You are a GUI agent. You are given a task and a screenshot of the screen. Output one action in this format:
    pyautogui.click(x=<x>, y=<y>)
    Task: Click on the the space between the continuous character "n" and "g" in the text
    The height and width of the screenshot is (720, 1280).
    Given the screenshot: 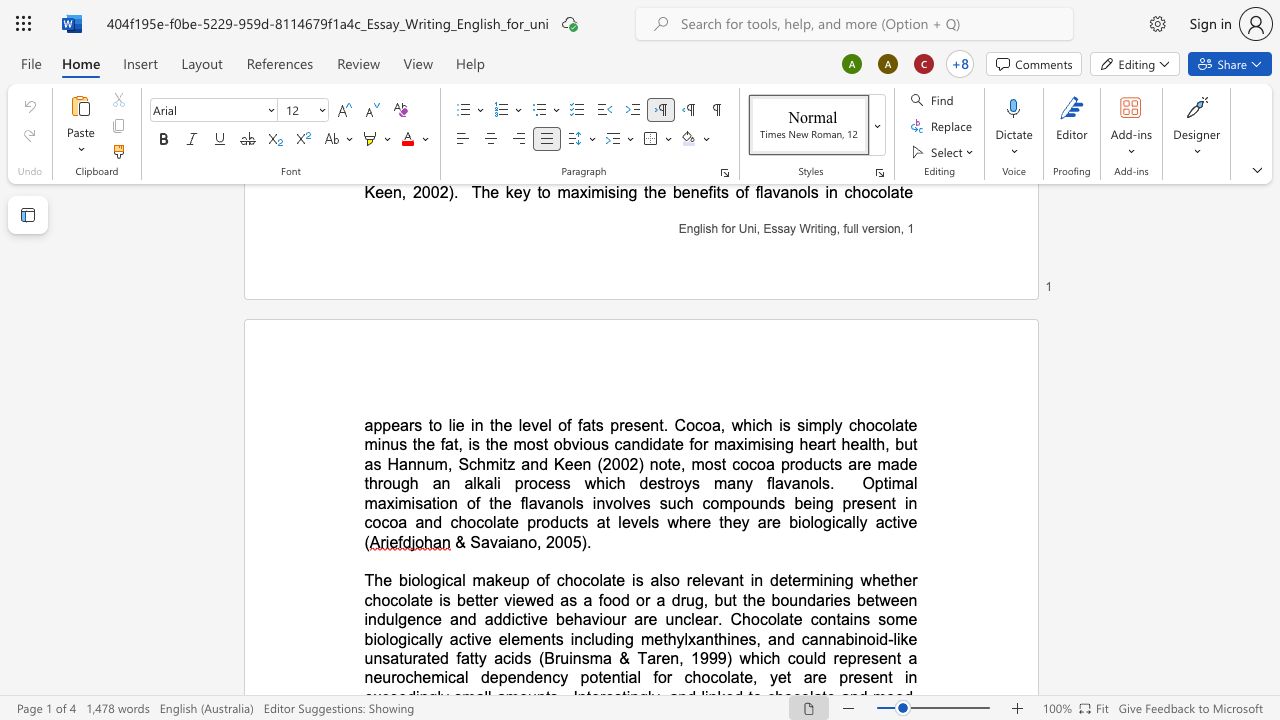 What is the action you would take?
    pyautogui.click(x=627, y=192)
    